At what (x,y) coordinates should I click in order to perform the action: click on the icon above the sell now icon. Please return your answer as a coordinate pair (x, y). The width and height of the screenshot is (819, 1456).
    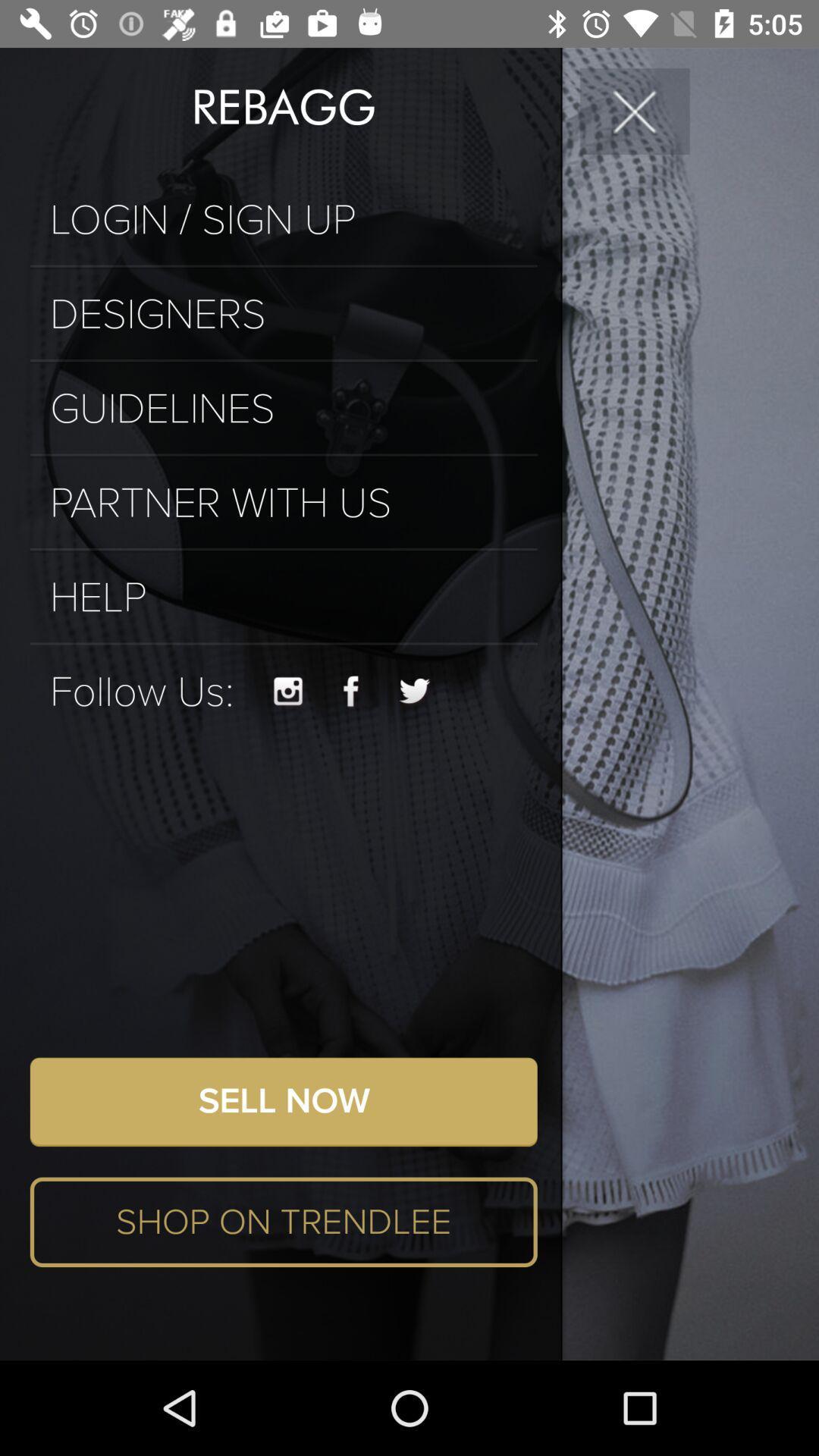
    Looking at the image, I should click on (288, 691).